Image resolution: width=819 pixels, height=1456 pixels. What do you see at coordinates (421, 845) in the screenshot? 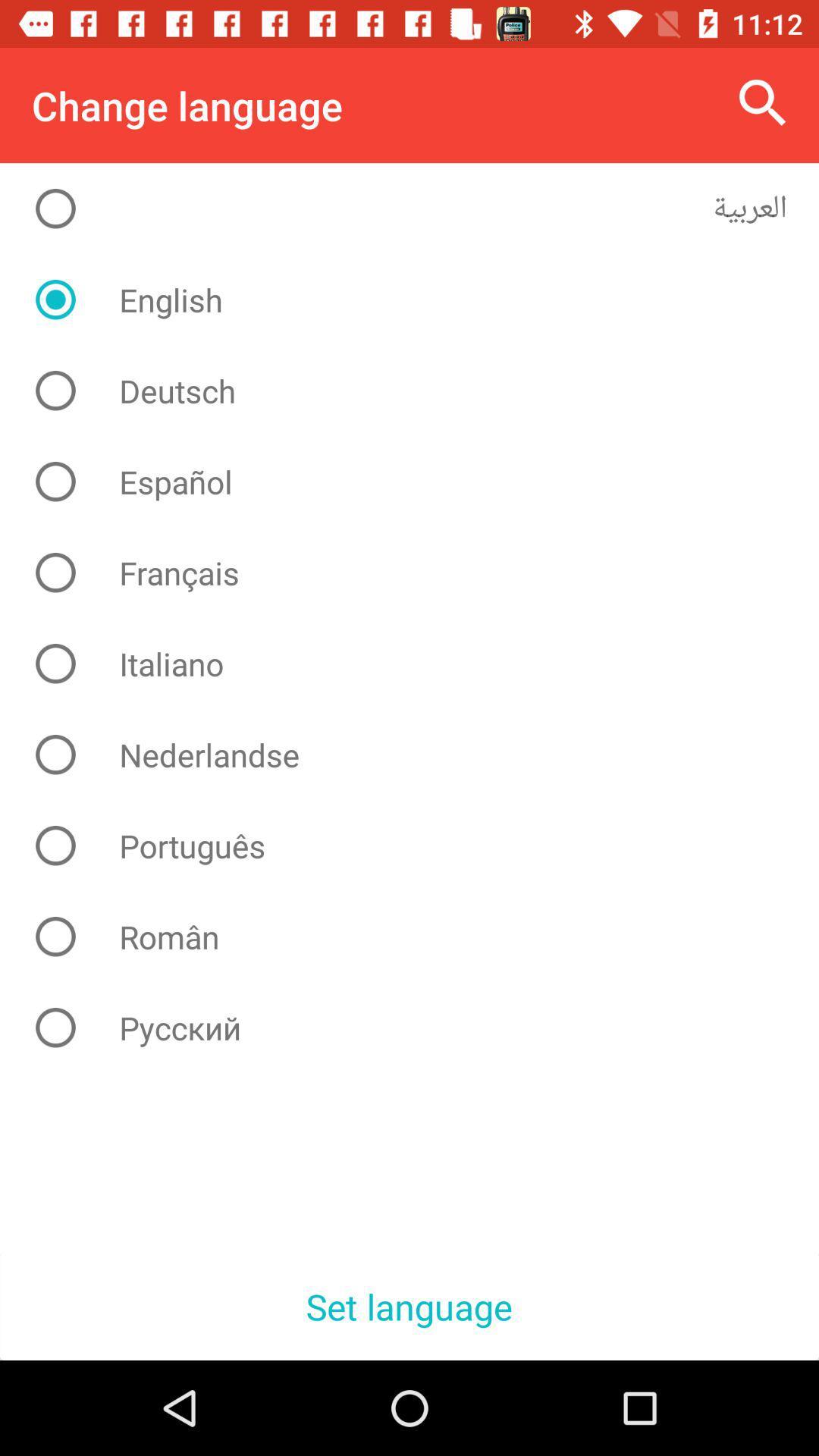
I see `the icon below the nederlandse icon` at bounding box center [421, 845].